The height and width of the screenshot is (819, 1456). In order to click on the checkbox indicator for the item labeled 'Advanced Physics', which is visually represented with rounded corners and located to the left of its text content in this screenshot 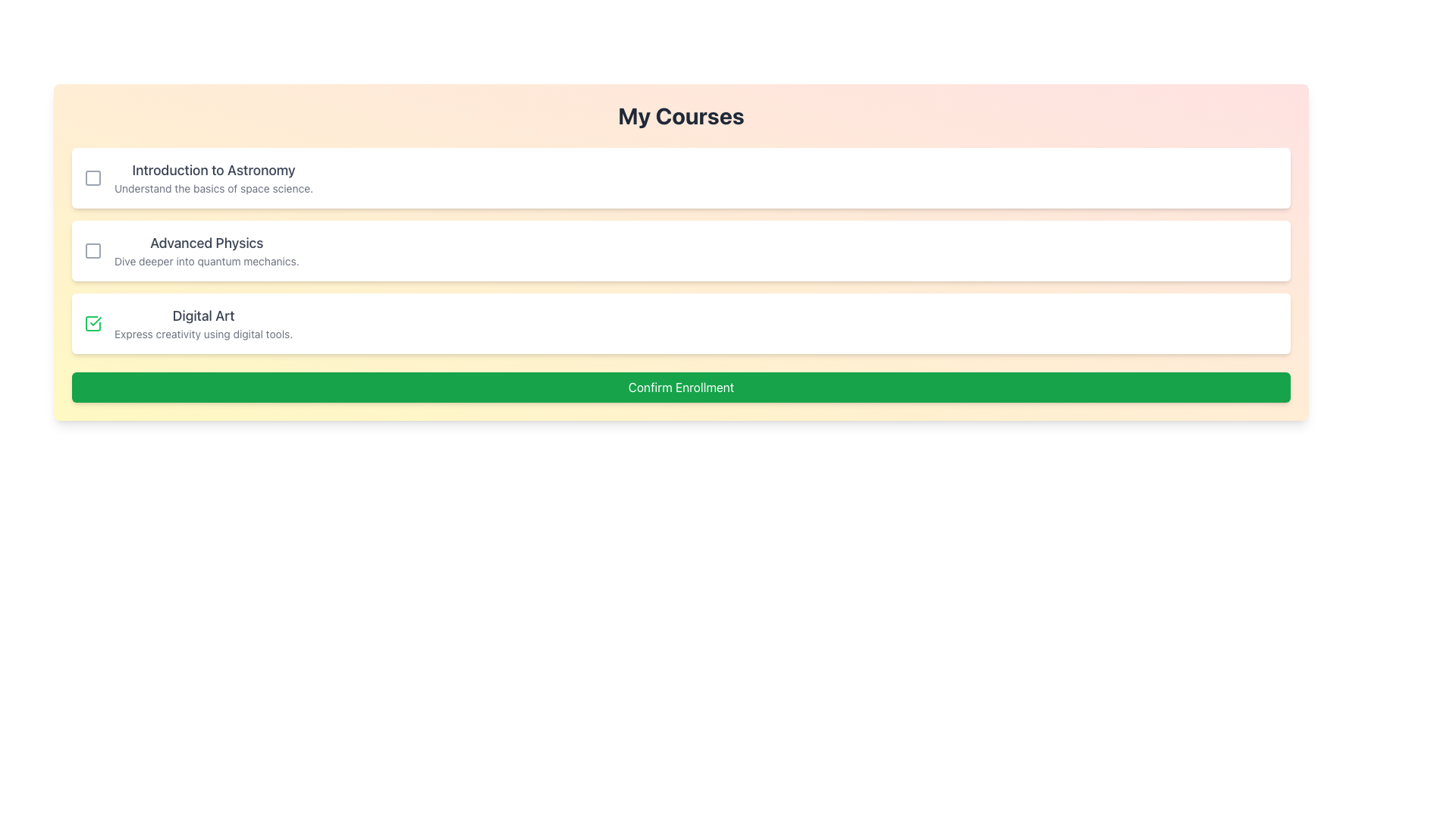, I will do `click(93, 250)`.